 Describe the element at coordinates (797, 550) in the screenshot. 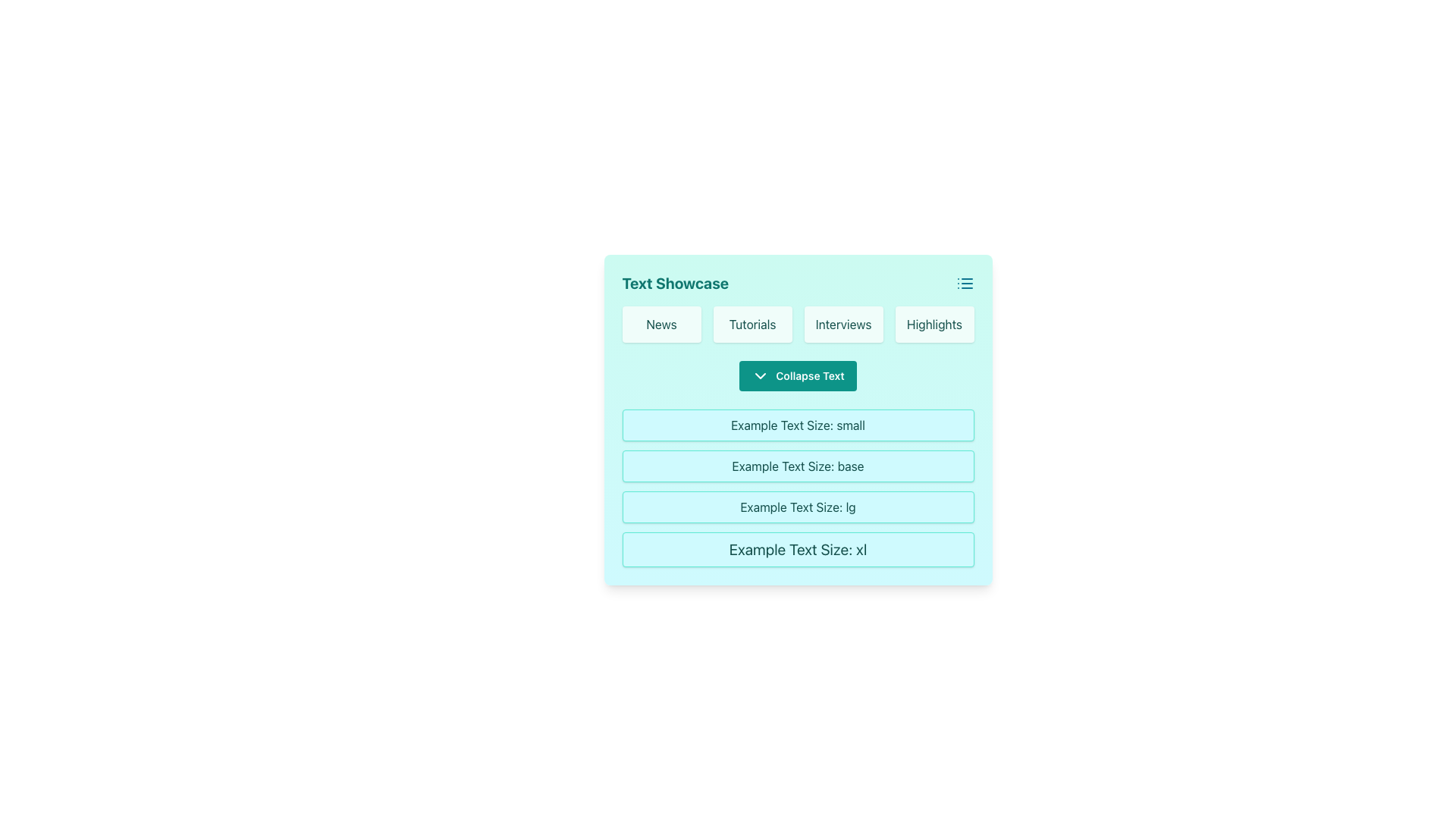

I see `the Text Display Component with the dark teal text reading 'Example Text Size: xl' that has a light cyan background and a rounded border` at that location.